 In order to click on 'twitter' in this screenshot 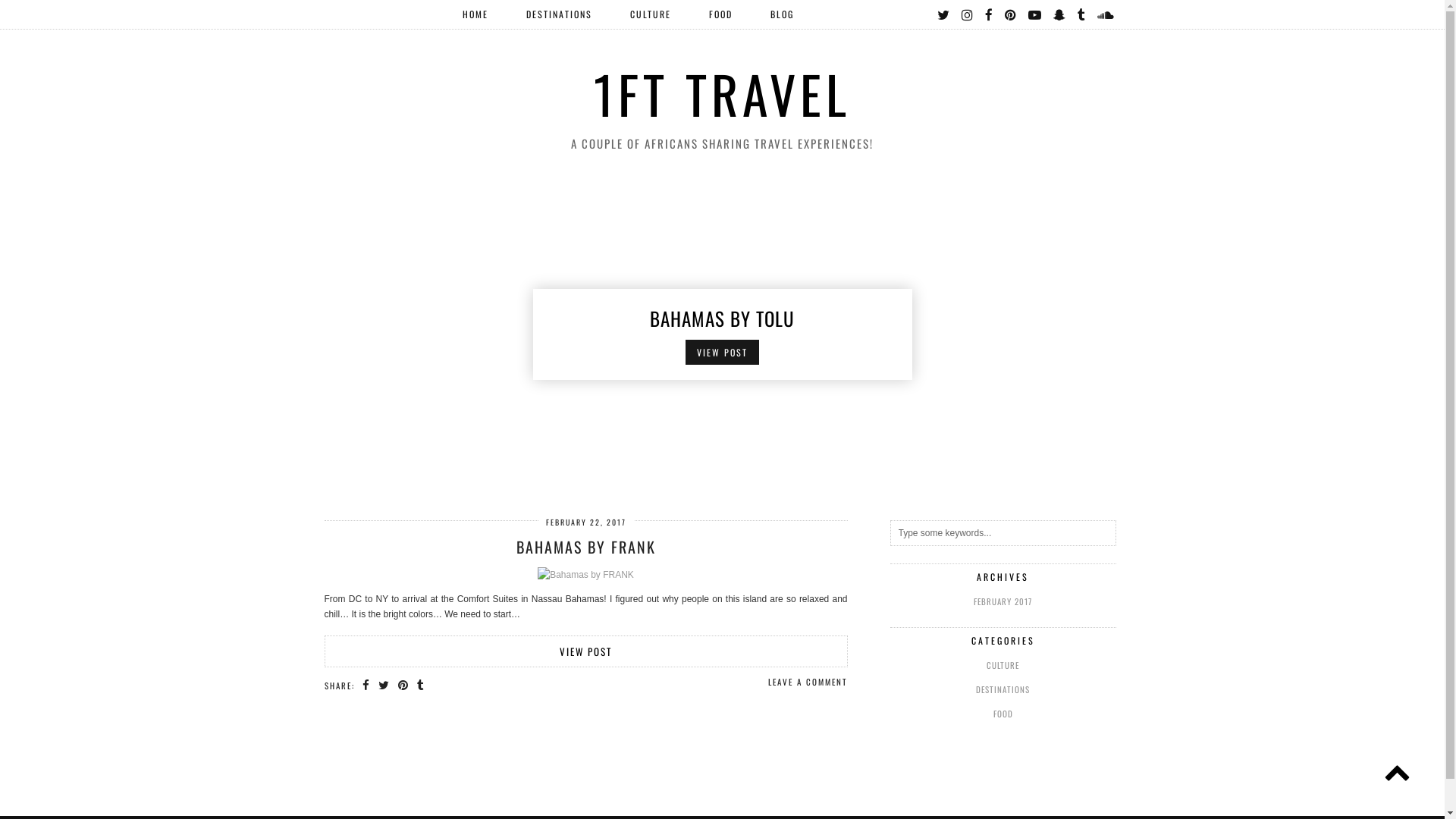, I will do `click(943, 14)`.